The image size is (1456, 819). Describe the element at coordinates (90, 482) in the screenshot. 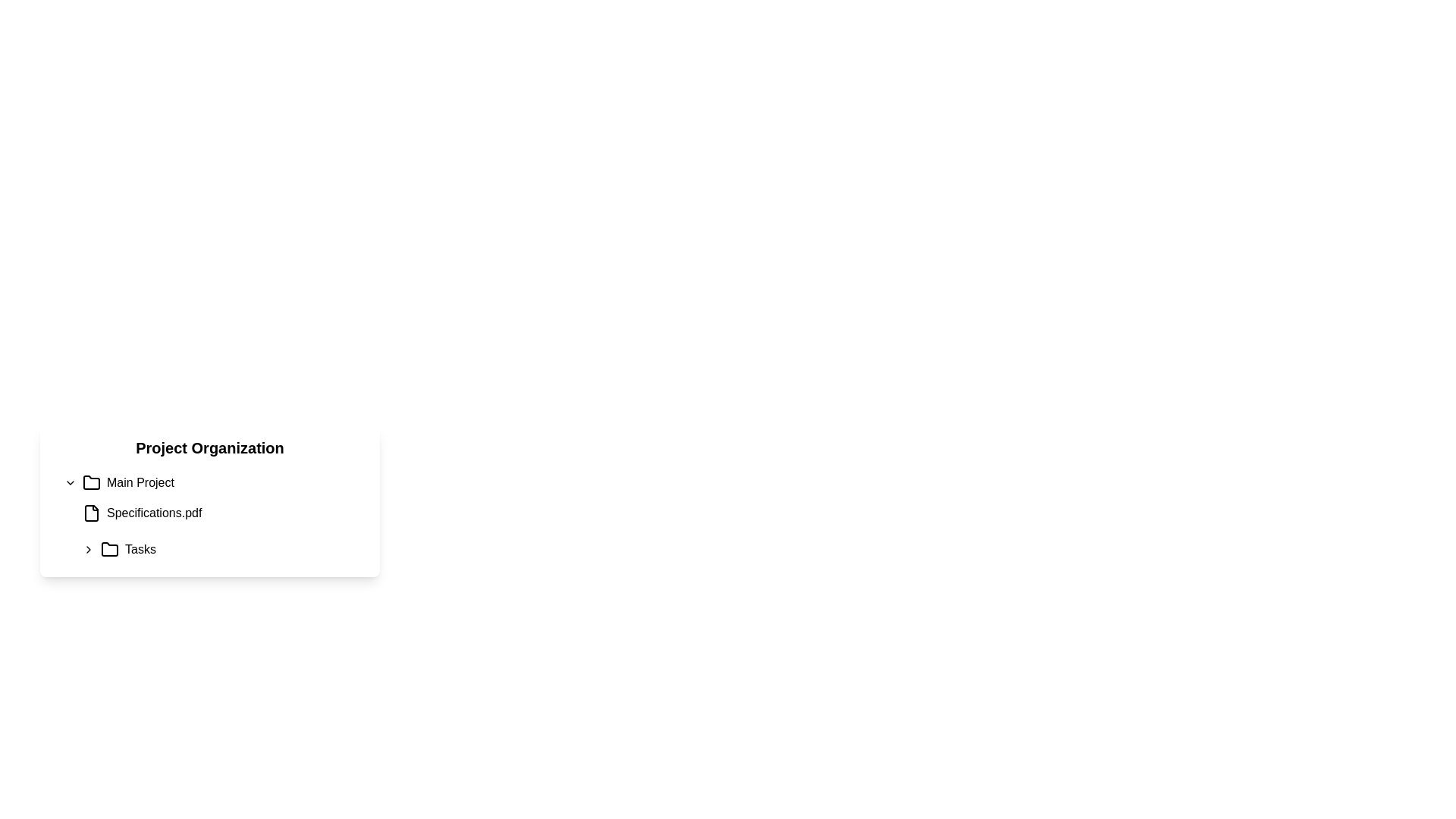

I see `the folder icon adjacent to the label 'Main Project'` at that location.